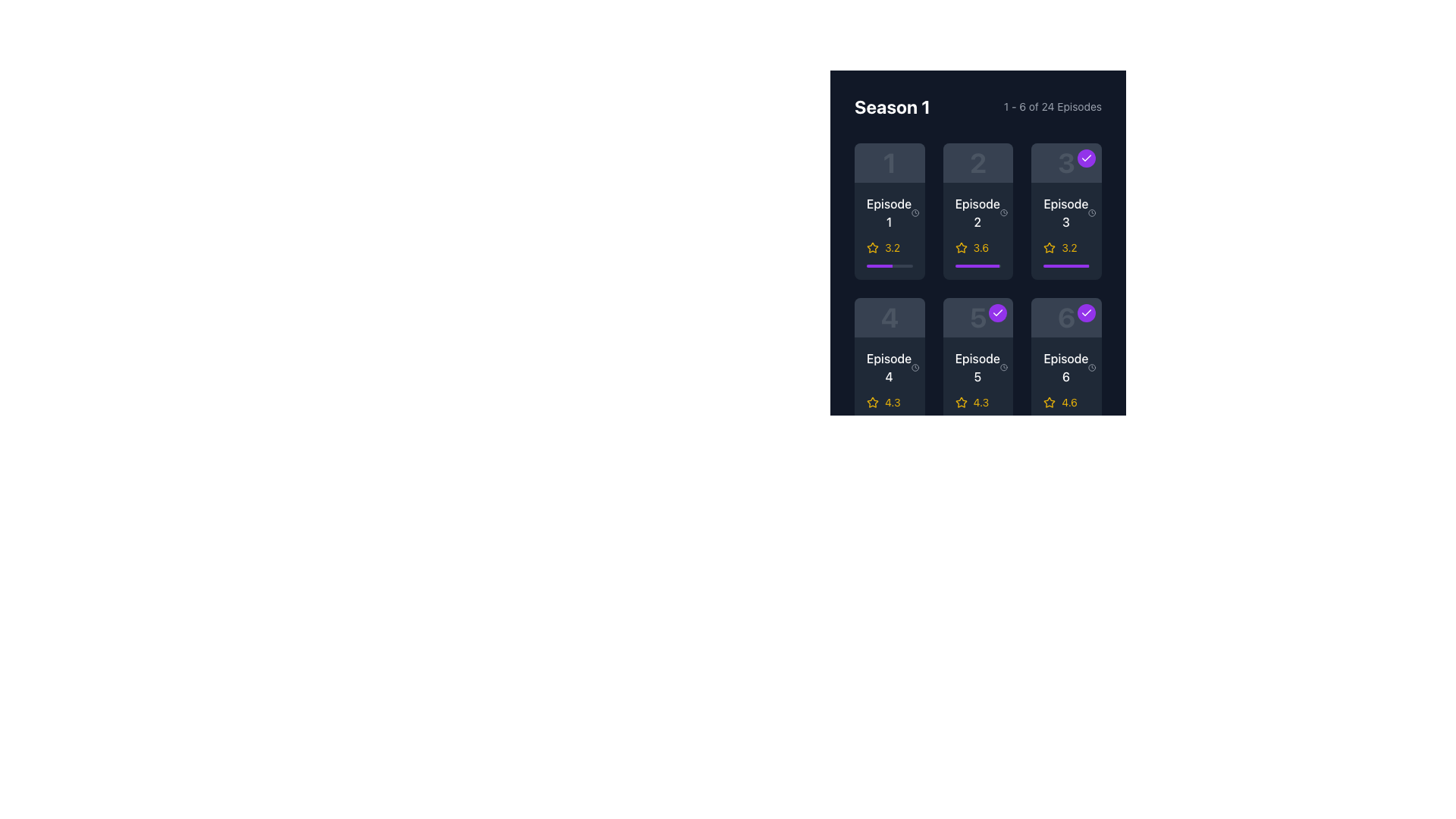 This screenshot has width=1456, height=819. Describe the element at coordinates (998, 312) in the screenshot. I see `the circular status icon located in the top-right corner of the card representing Episode 5` at that location.